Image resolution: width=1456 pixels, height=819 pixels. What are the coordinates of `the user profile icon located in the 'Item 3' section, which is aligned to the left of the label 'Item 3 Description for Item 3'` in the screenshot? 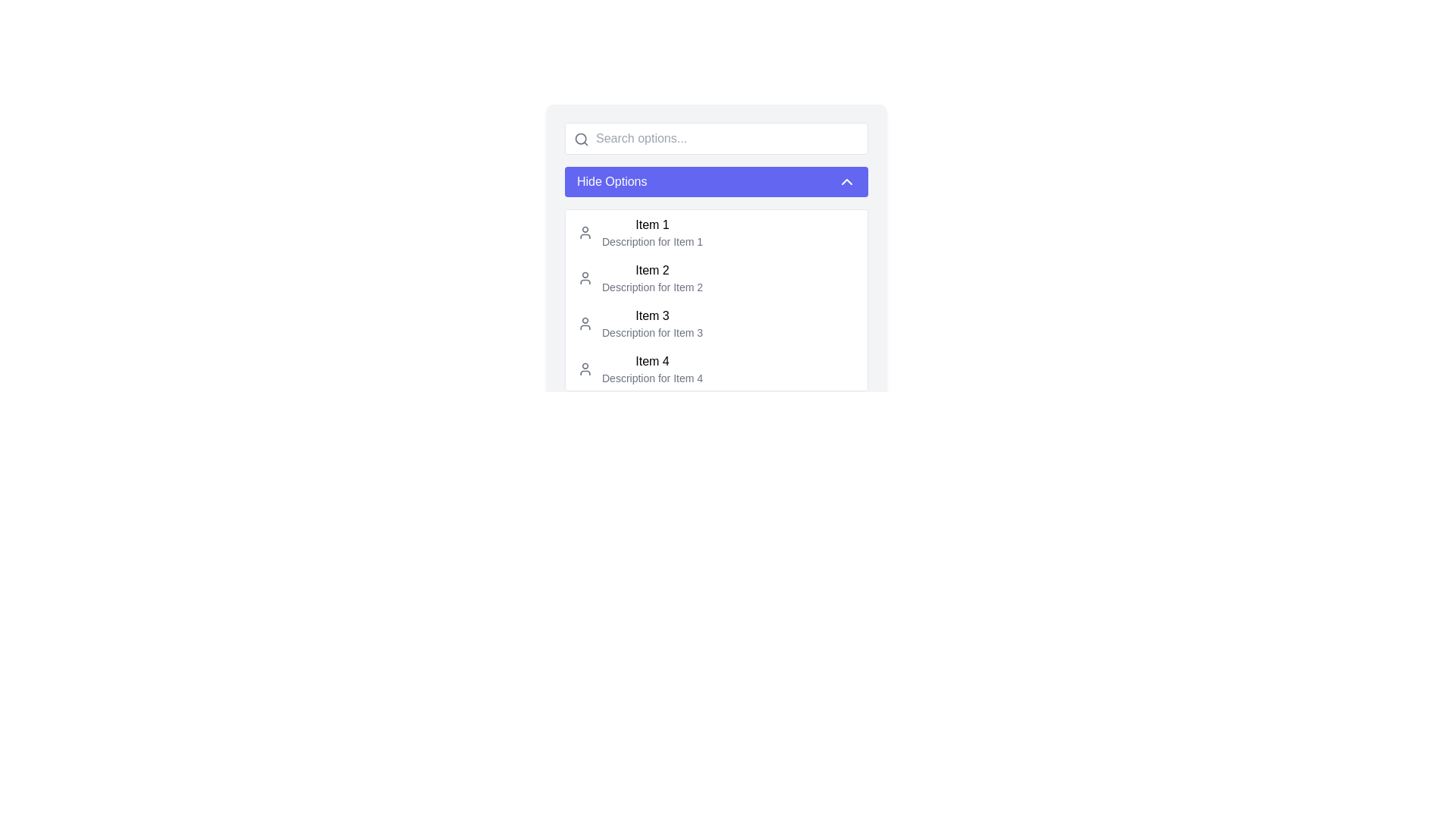 It's located at (585, 323).